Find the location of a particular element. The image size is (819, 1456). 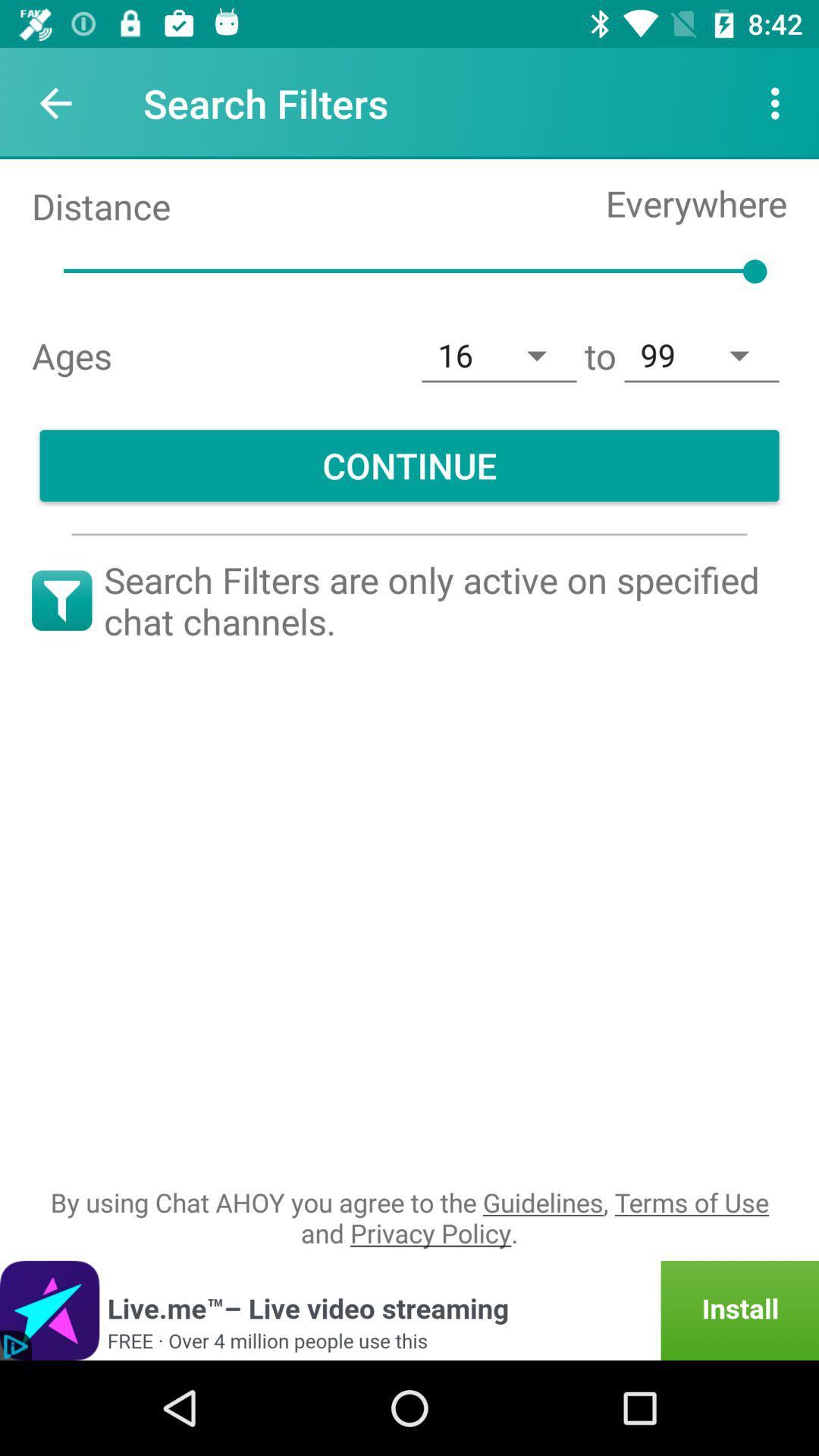

by using chat item is located at coordinates (409, 1217).